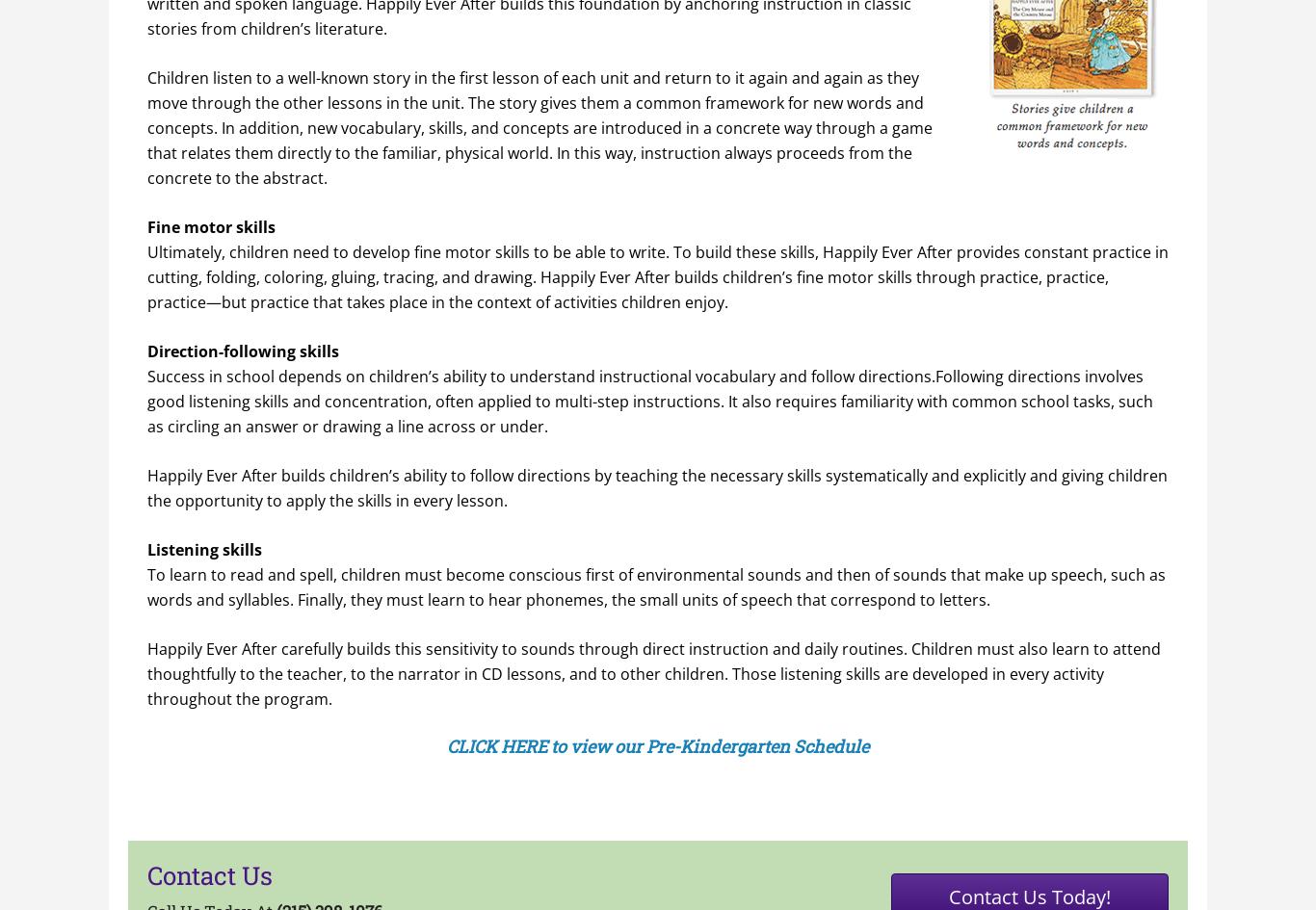  Describe the element at coordinates (658, 275) in the screenshot. I see `'Ultimately, children need to develop fine motor skills to be able to write. To build these skills, Happily Ever After provides constant practice in cutting, folding, coloring, gluing, tracing, and drawing. Happily Ever After builds children’s fine motor skills through practice, practice, practice—but practice that takes place in the context of activities children enjoy.'` at that location.